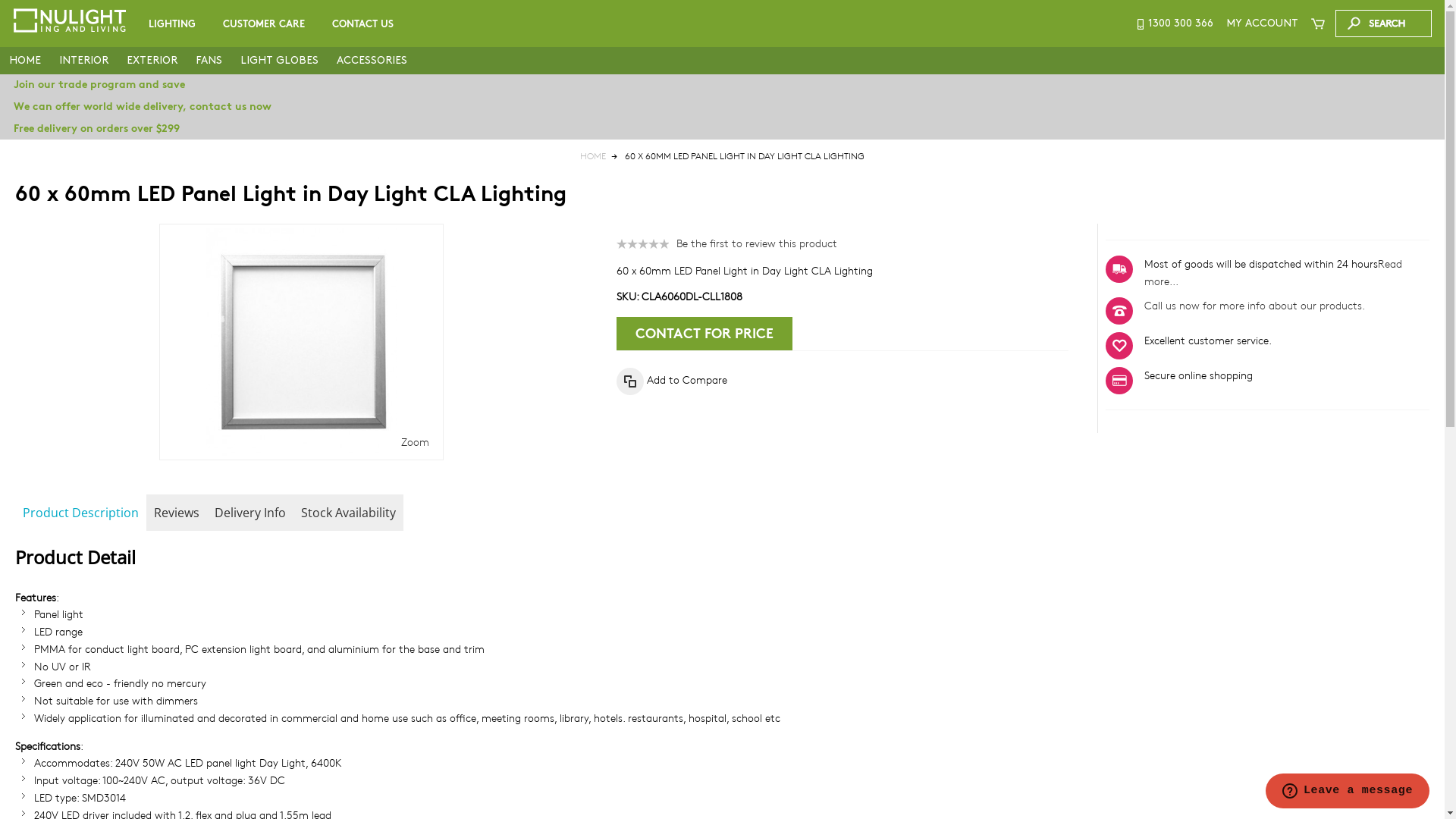  What do you see at coordinates (25, 60) in the screenshot?
I see `'HOME'` at bounding box center [25, 60].